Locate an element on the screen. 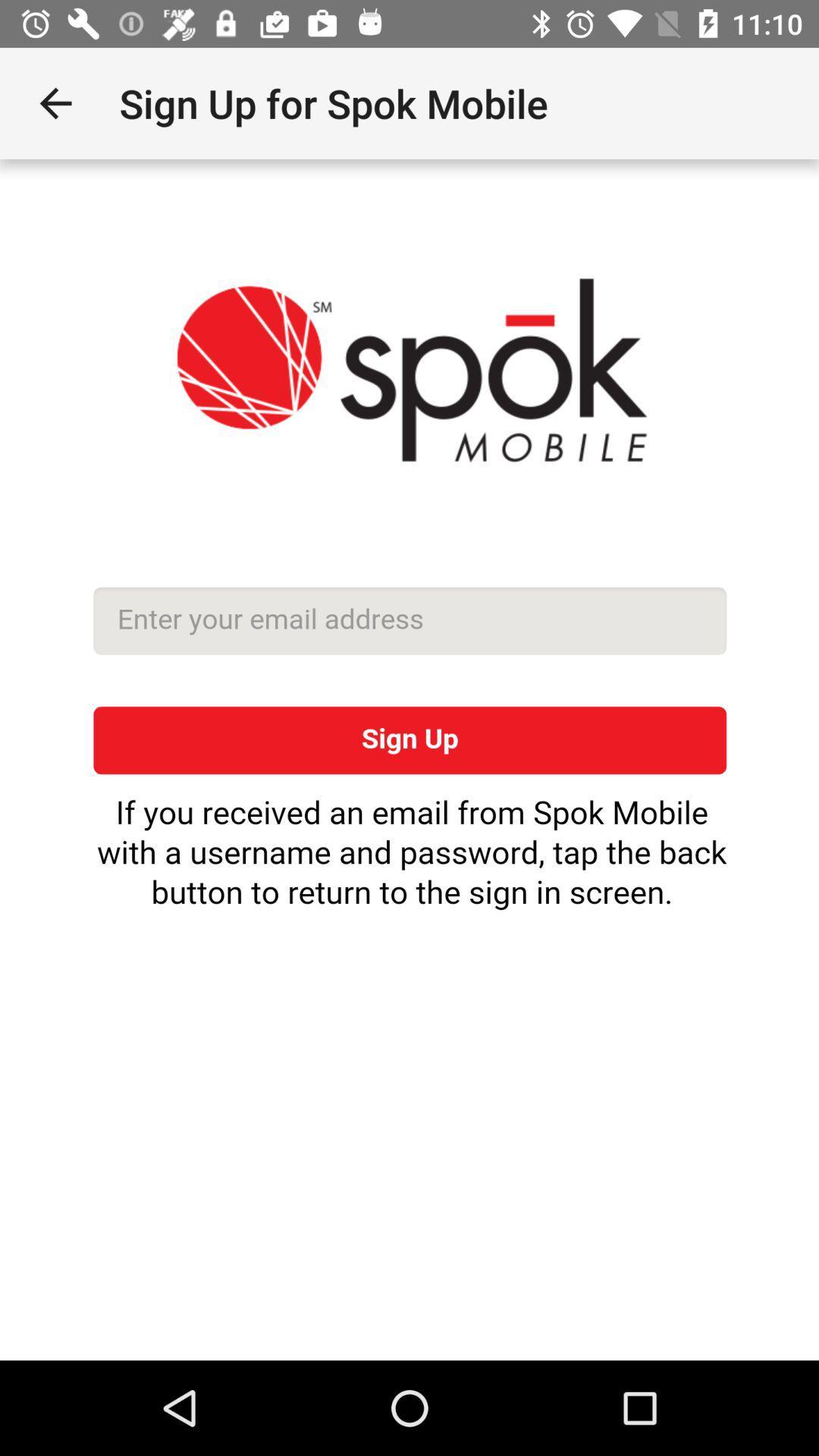 Image resolution: width=819 pixels, height=1456 pixels. login or sign up is located at coordinates (409, 760).